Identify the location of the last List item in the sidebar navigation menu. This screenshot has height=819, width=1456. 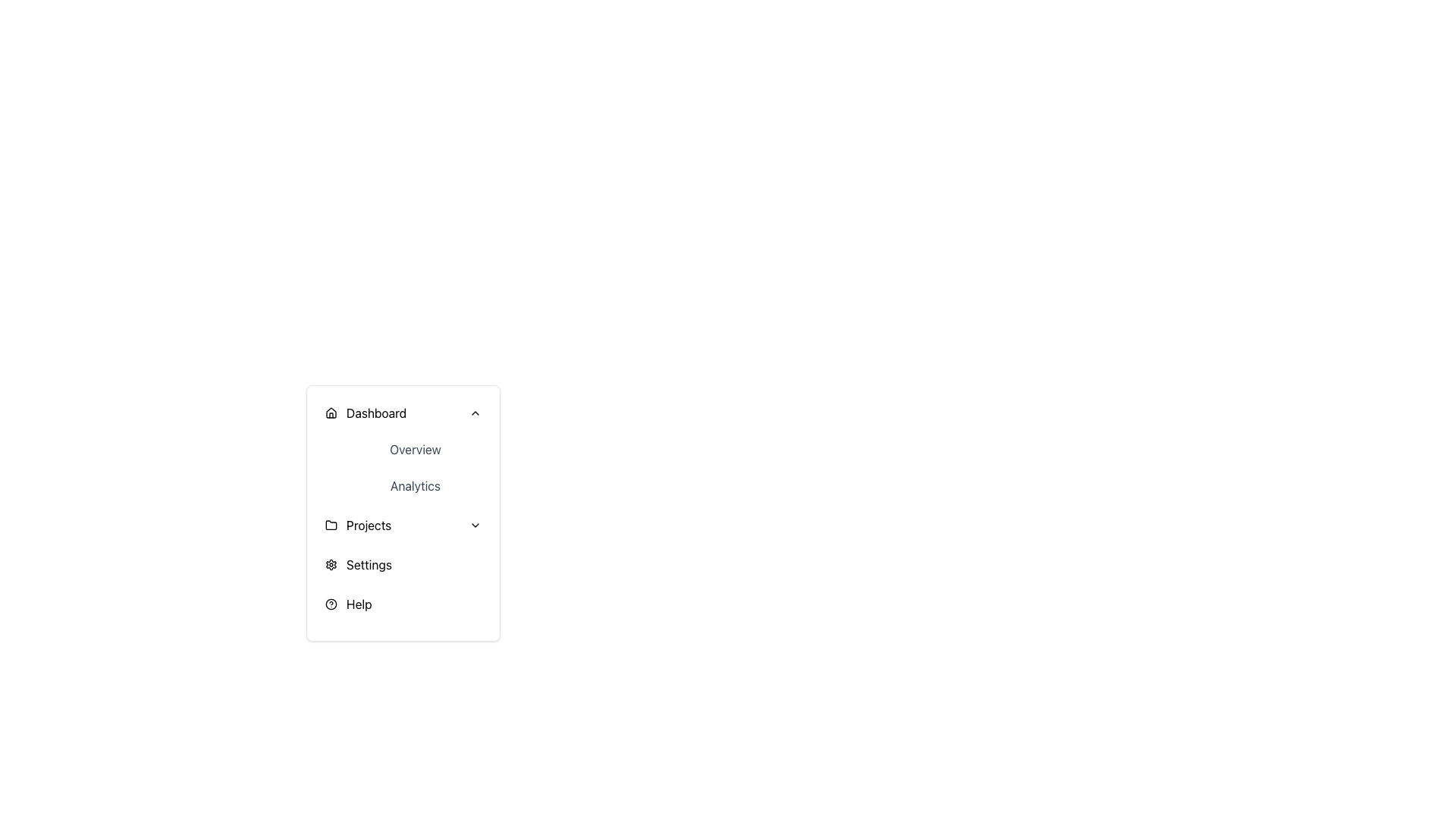
(403, 604).